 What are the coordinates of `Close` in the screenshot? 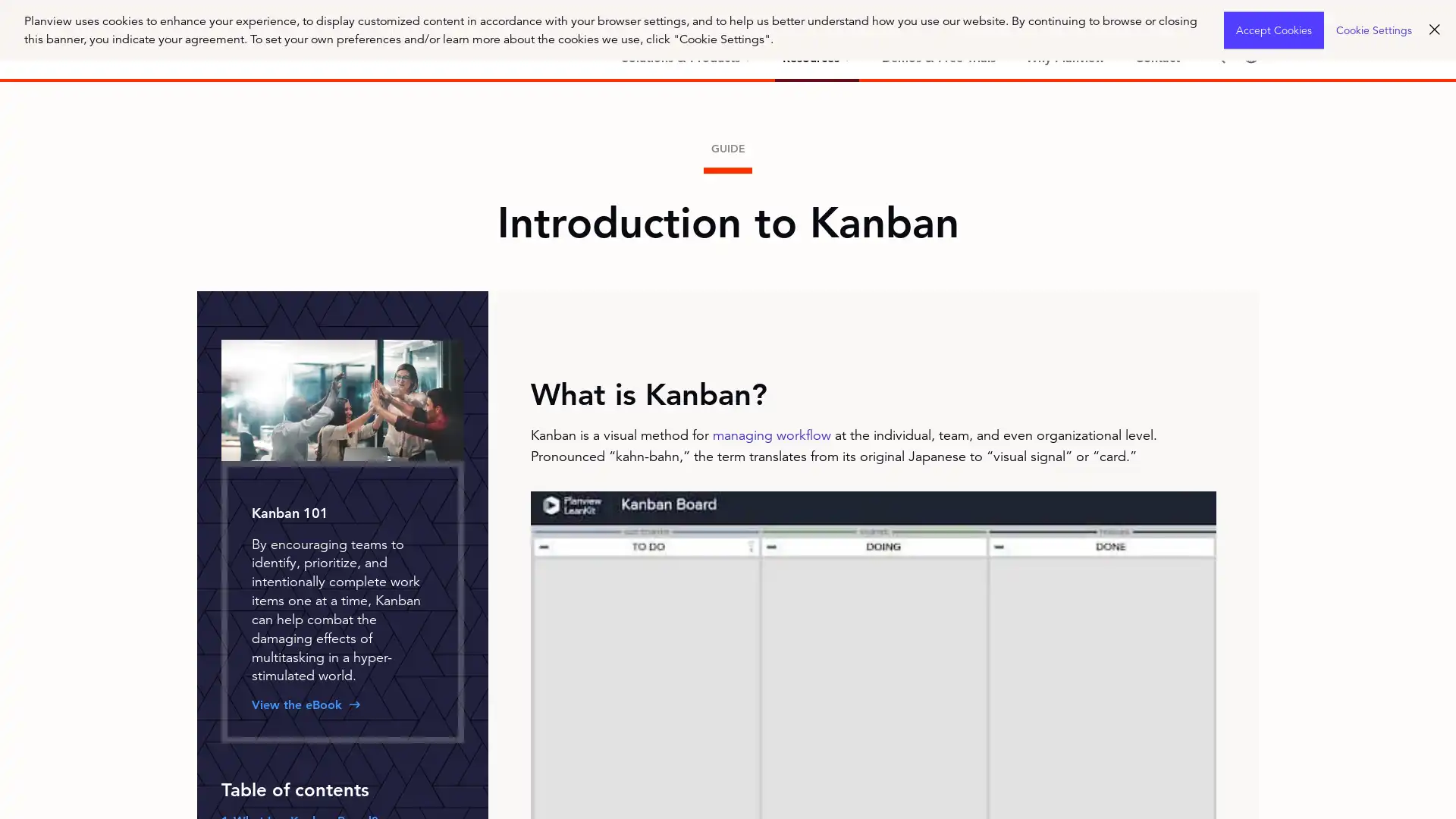 It's located at (1433, 30).